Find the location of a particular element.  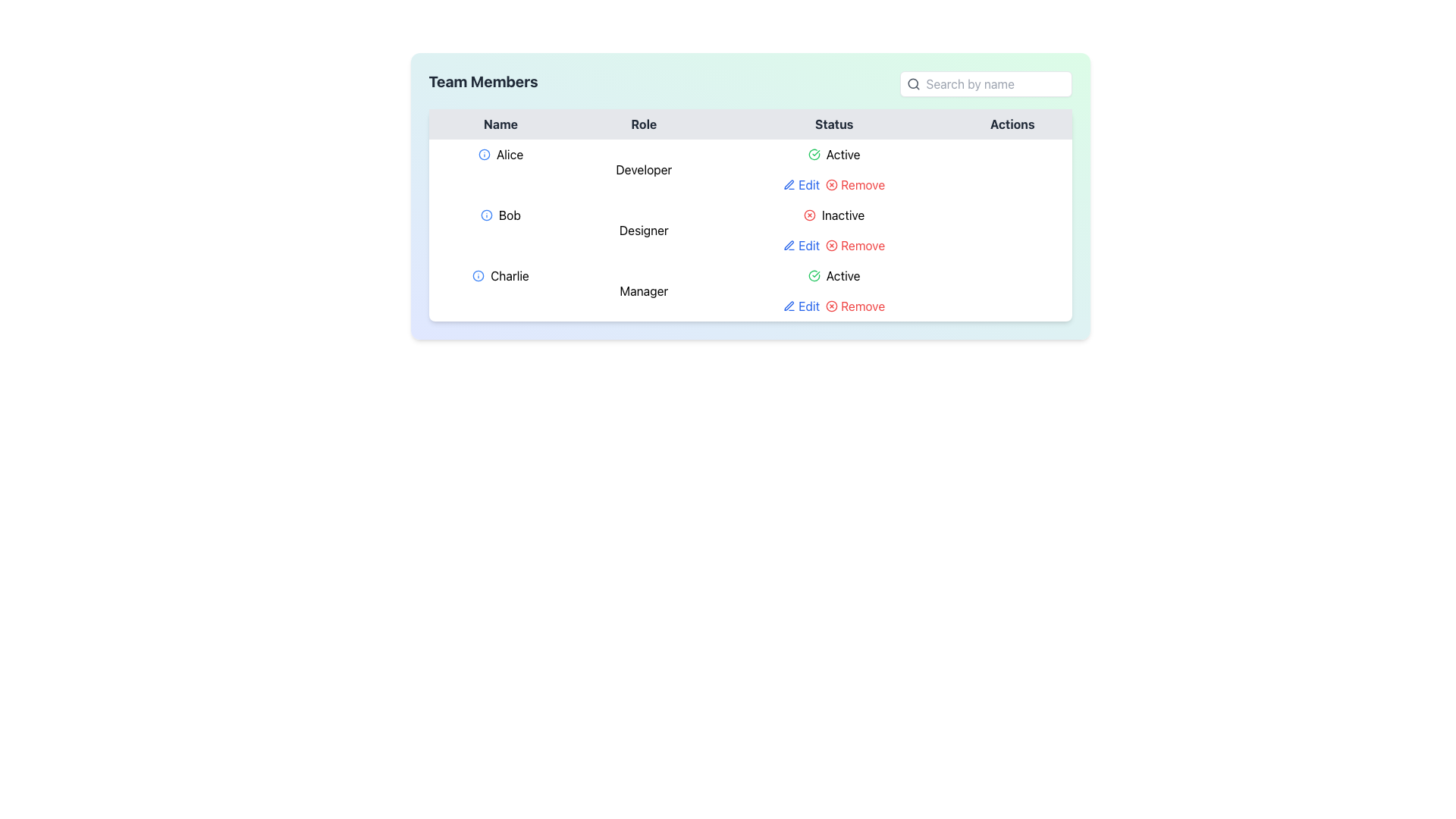

the 'Designer' label in the 'Role' column of the table corresponding to the 'Bob' row is located at coordinates (644, 231).